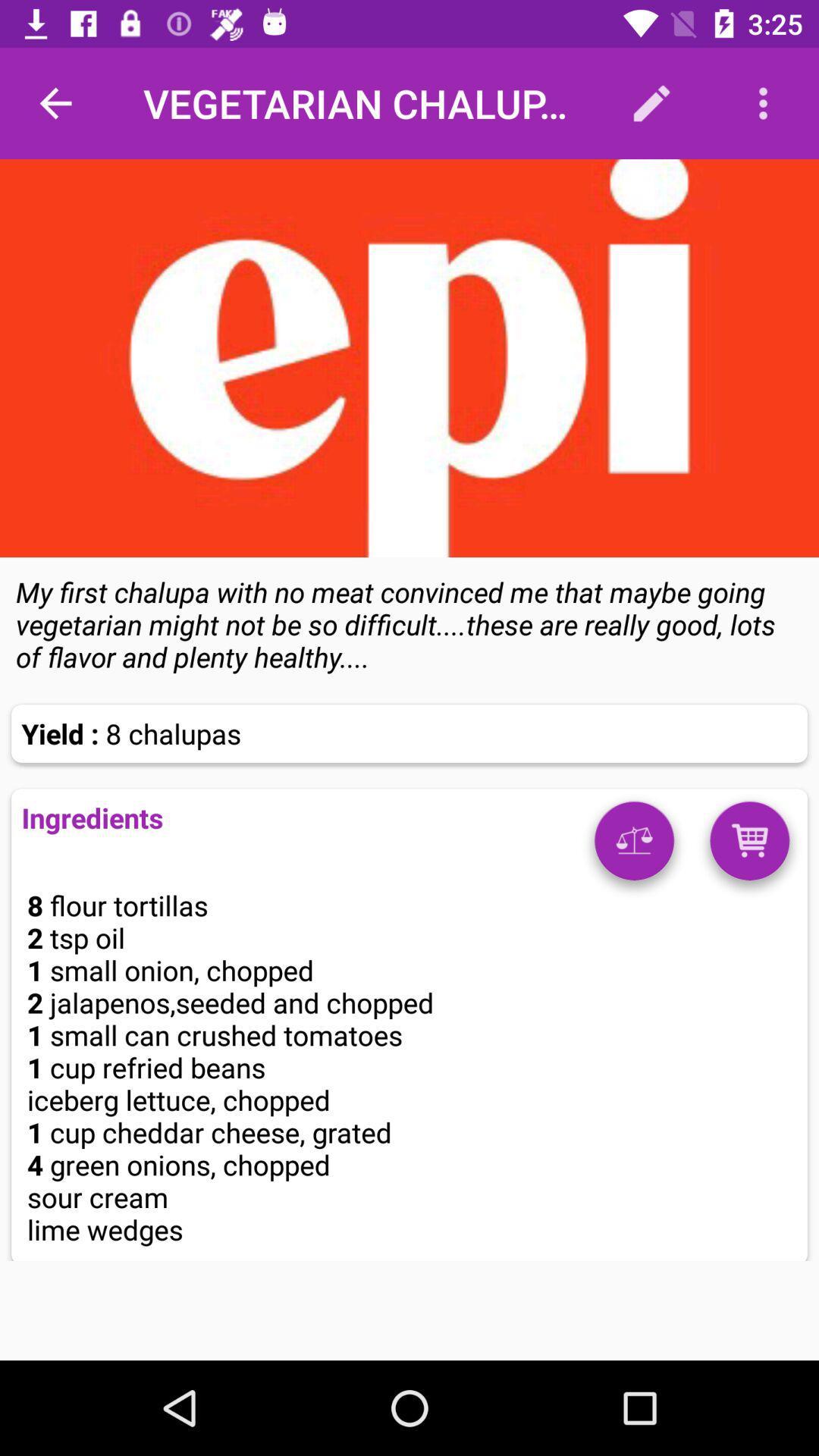  I want to click on the icon below the my first chalupa item, so click(634, 846).